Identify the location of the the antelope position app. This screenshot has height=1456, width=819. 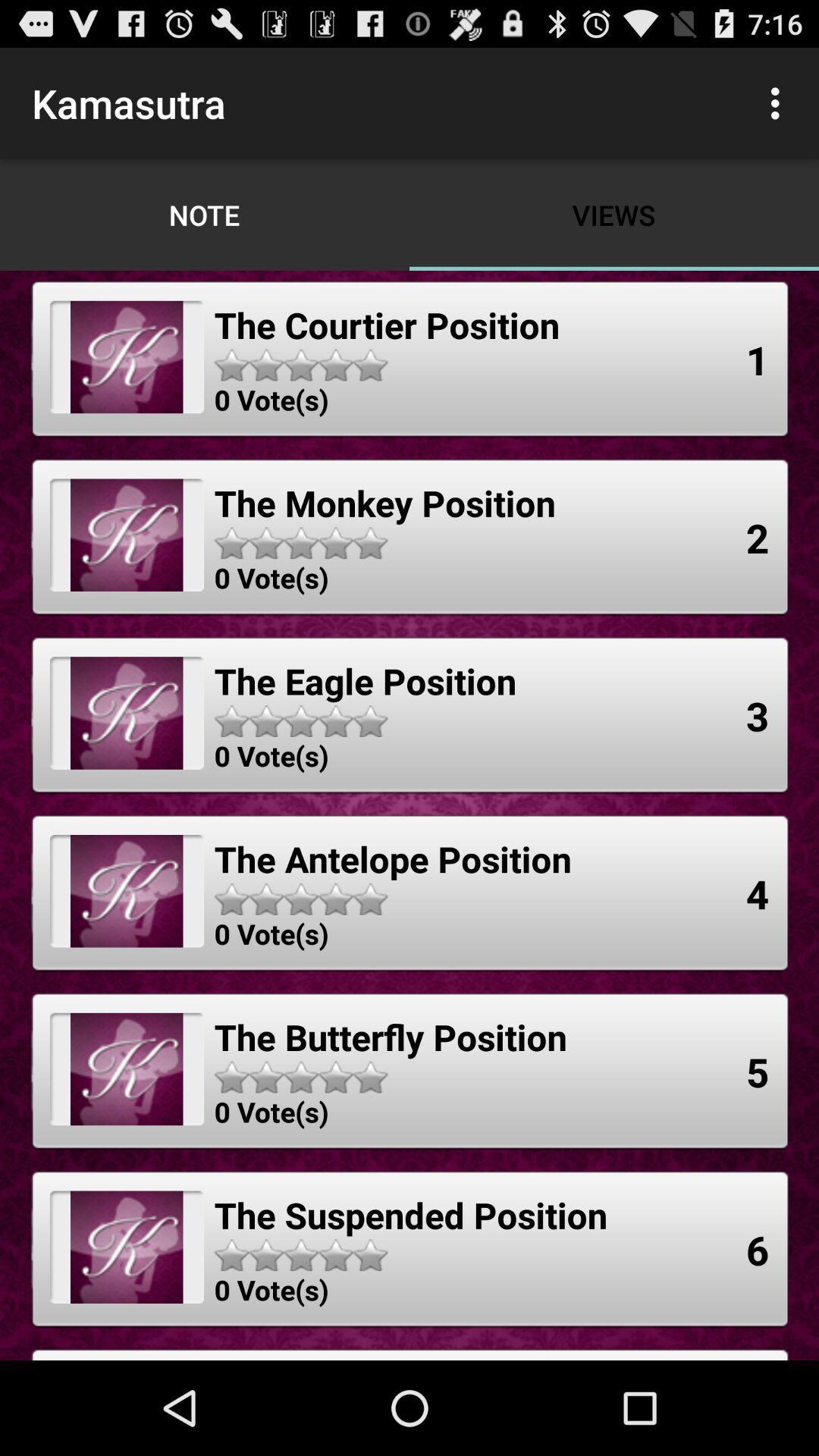
(392, 858).